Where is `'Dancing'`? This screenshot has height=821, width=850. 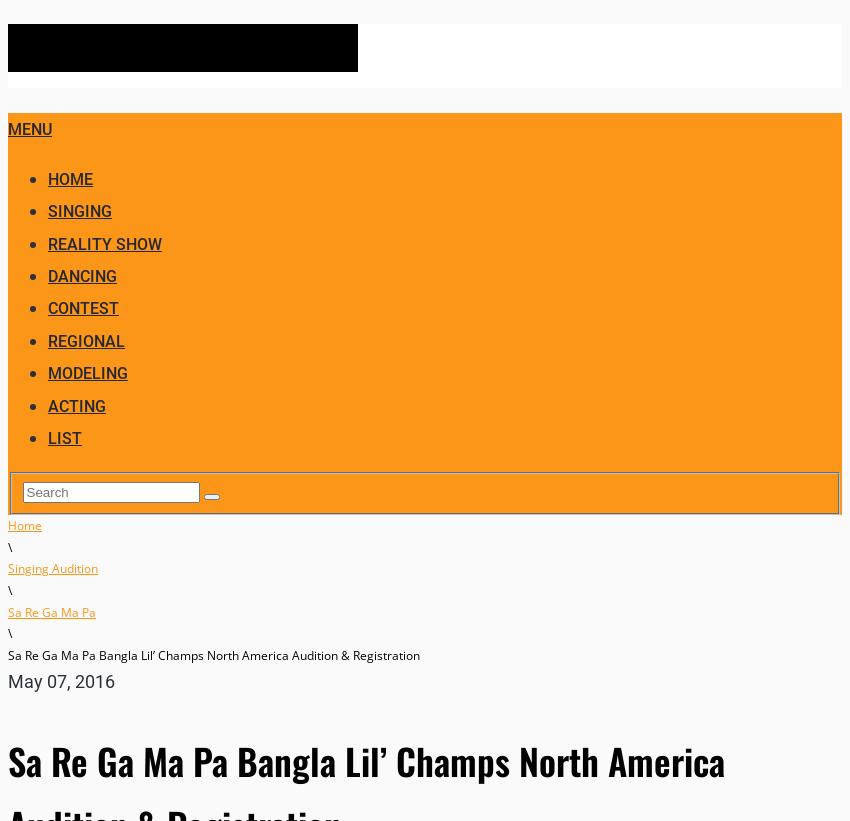 'Dancing' is located at coordinates (82, 275).